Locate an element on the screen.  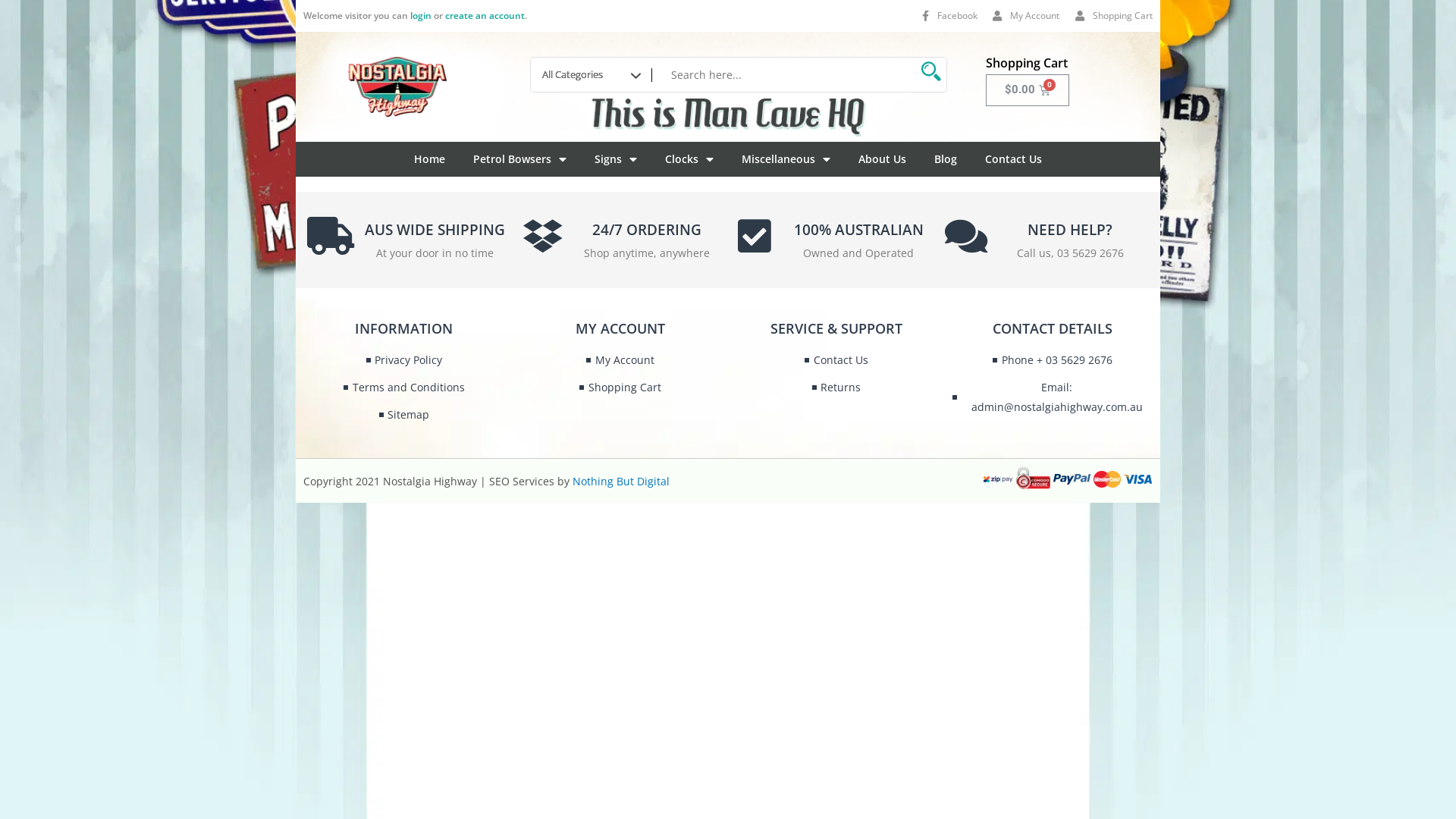
'$0.00' is located at coordinates (1027, 90).